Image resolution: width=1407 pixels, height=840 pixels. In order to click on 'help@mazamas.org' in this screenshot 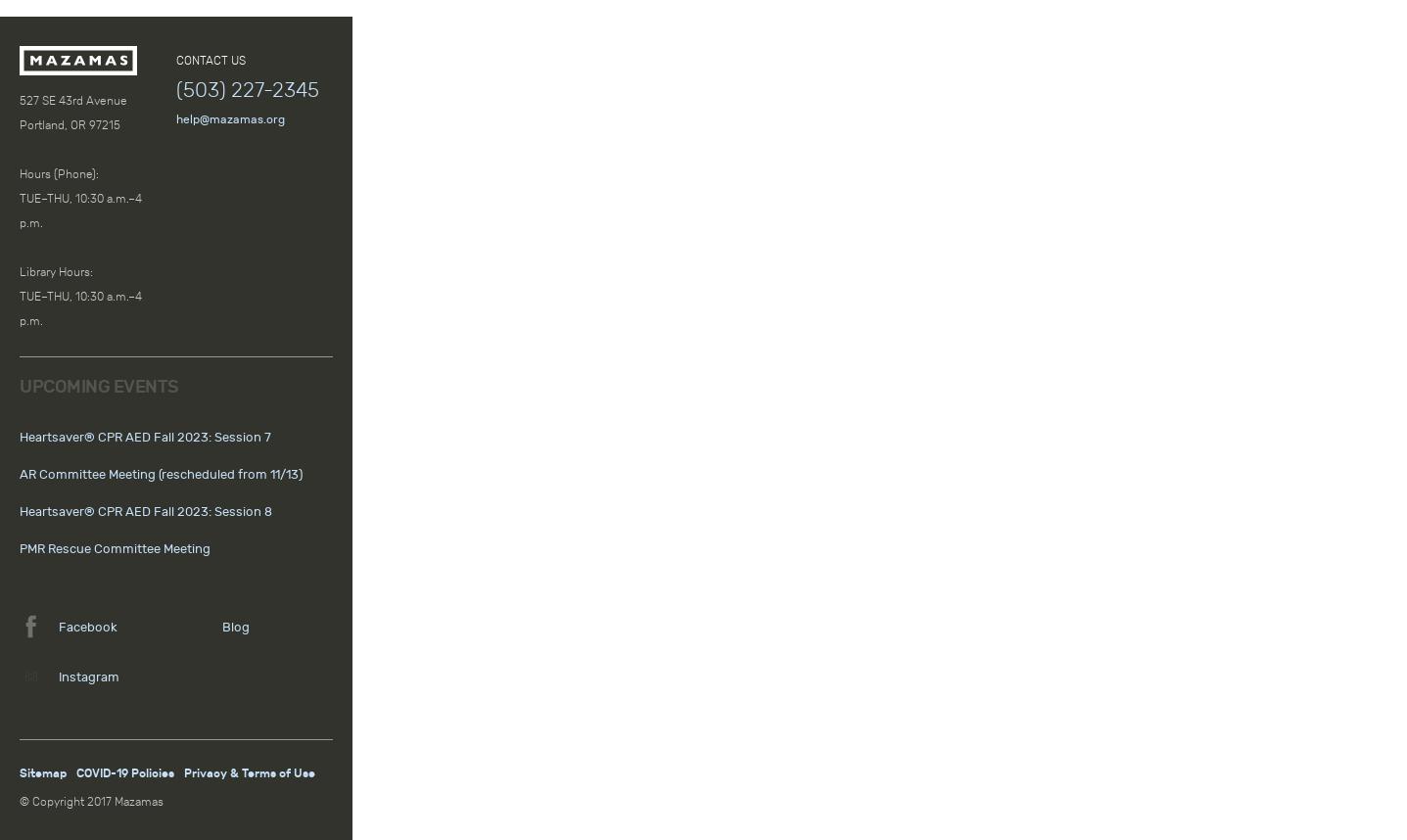, I will do `click(229, 117)`.